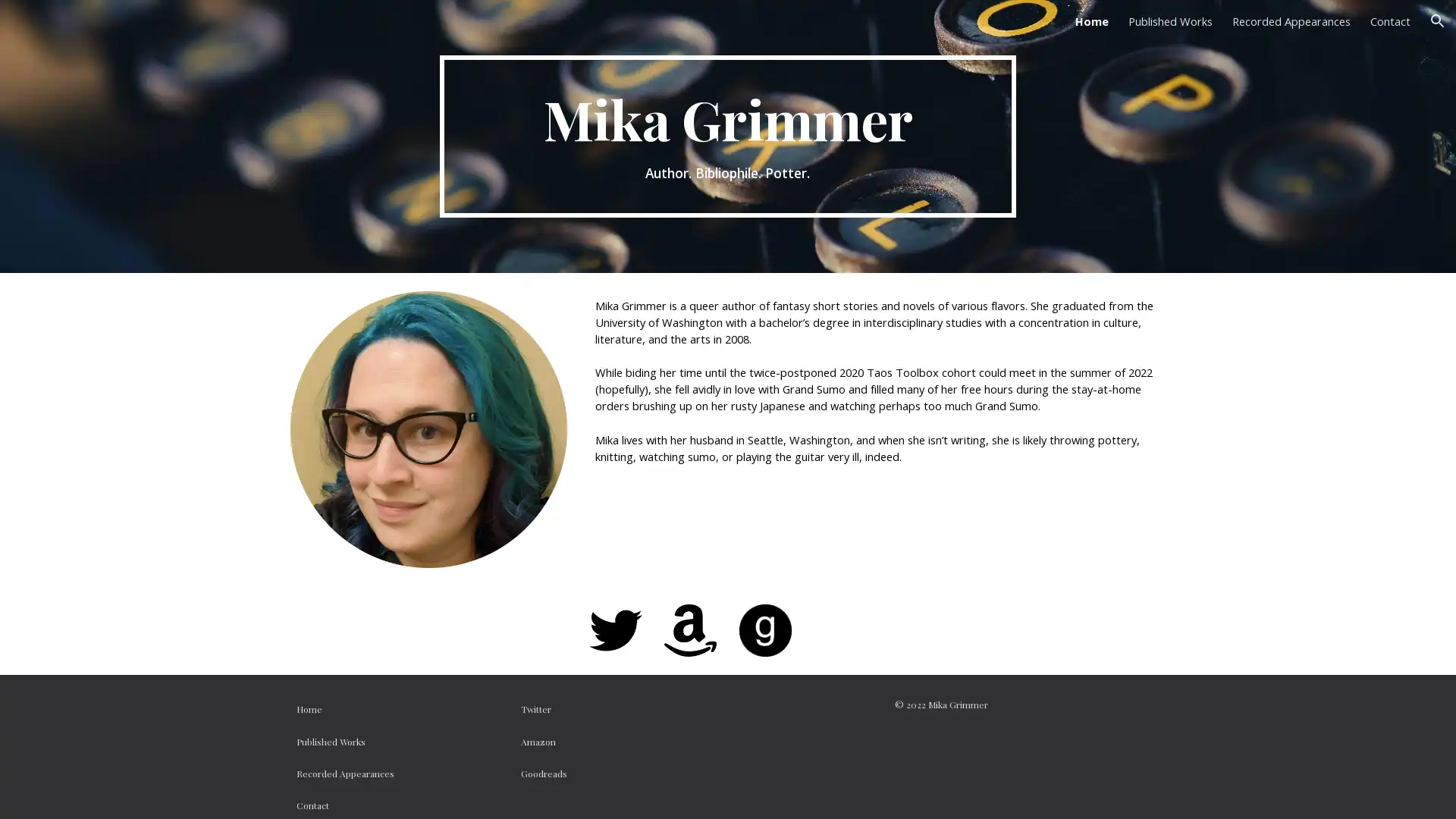 The width and height of the screenshot is (1456, 819). What do you see at coordinates (27, 792) in the screenshot?
I see `Site actions` at bounding box center [27, 792].